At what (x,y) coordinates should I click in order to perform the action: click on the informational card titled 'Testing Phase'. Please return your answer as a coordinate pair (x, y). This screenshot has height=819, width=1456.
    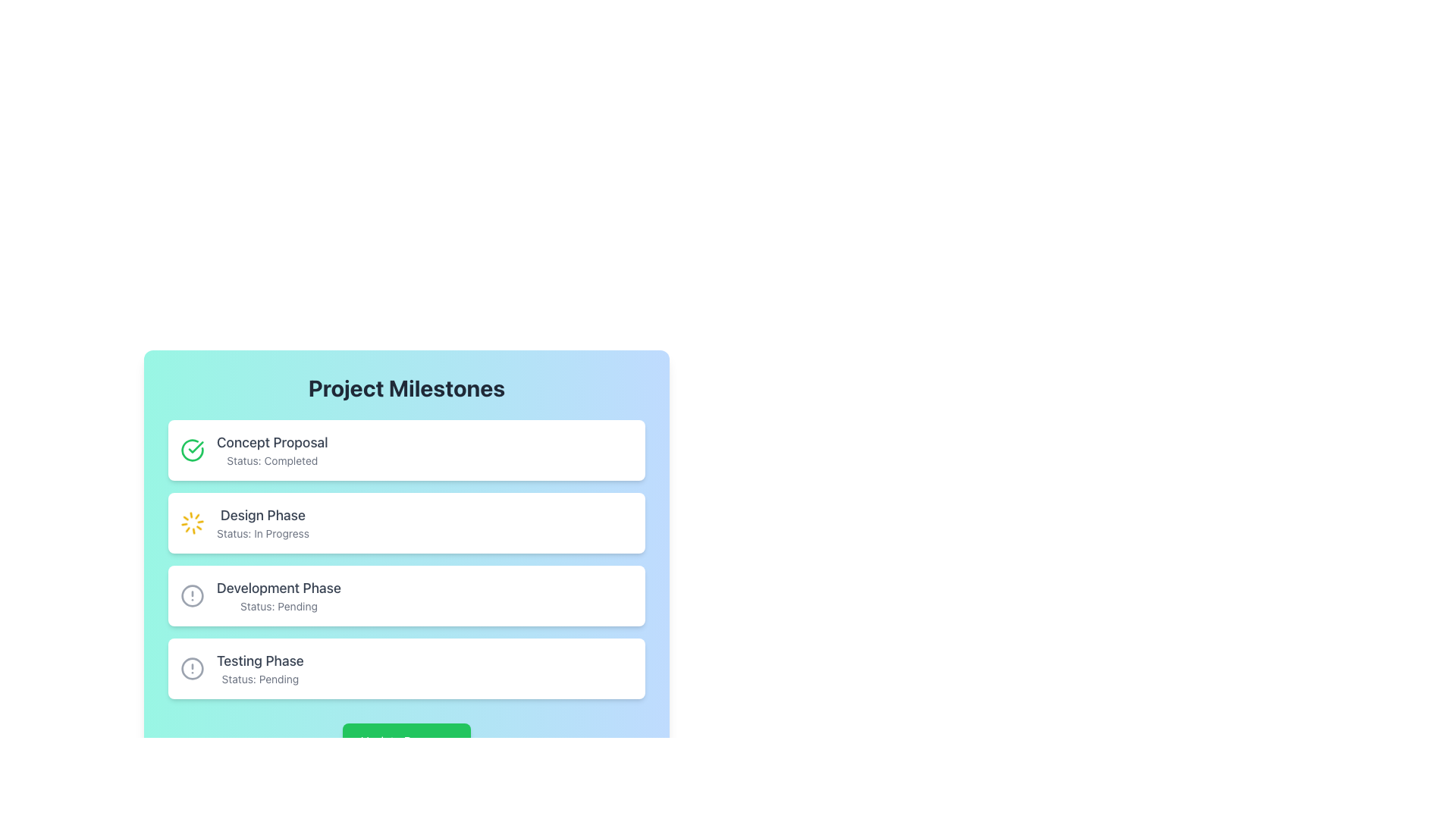
    Looking at the image, I should click on (406, 668).